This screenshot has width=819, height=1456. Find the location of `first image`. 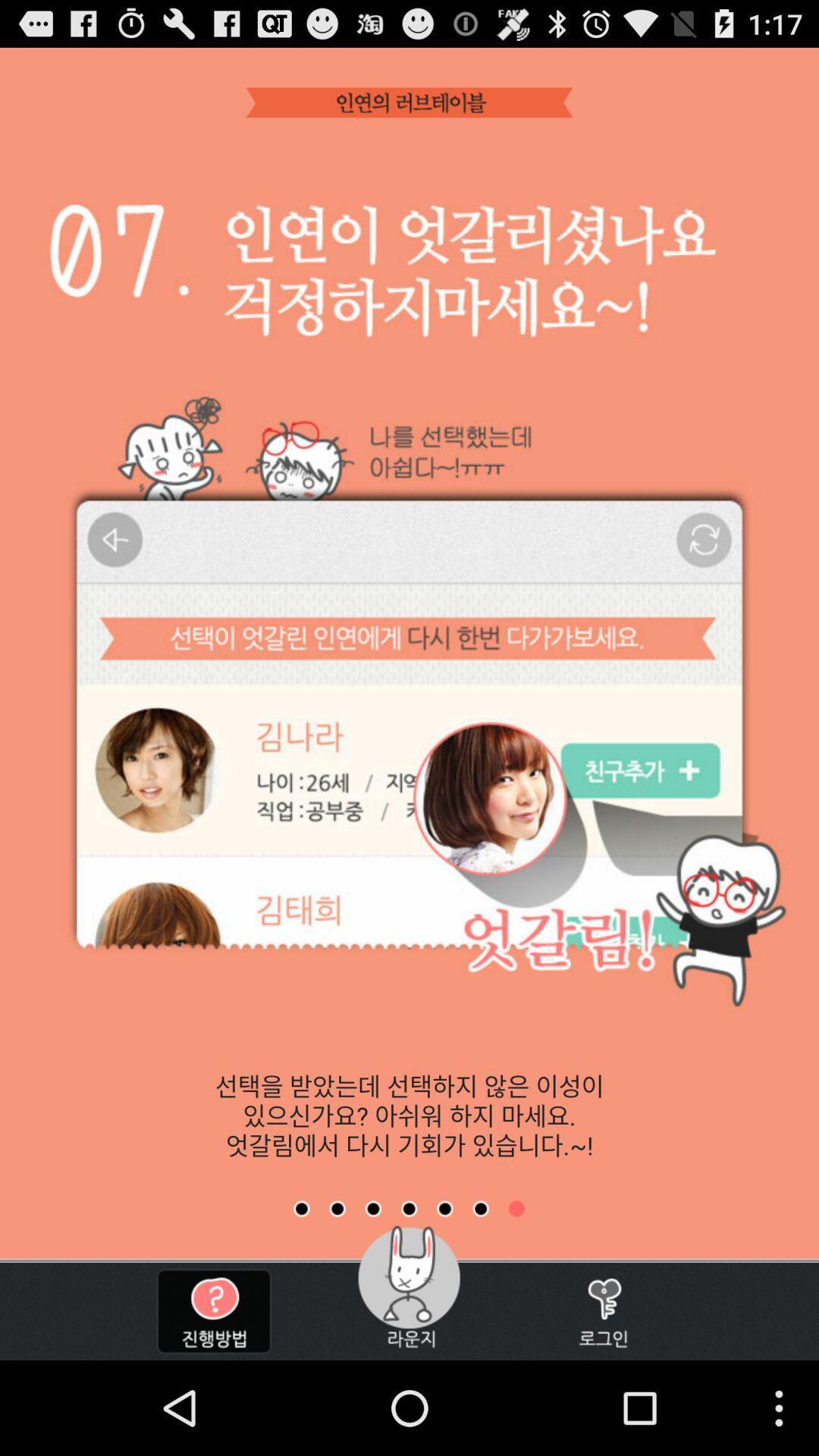

first image is located at coordinates (301, 1208).